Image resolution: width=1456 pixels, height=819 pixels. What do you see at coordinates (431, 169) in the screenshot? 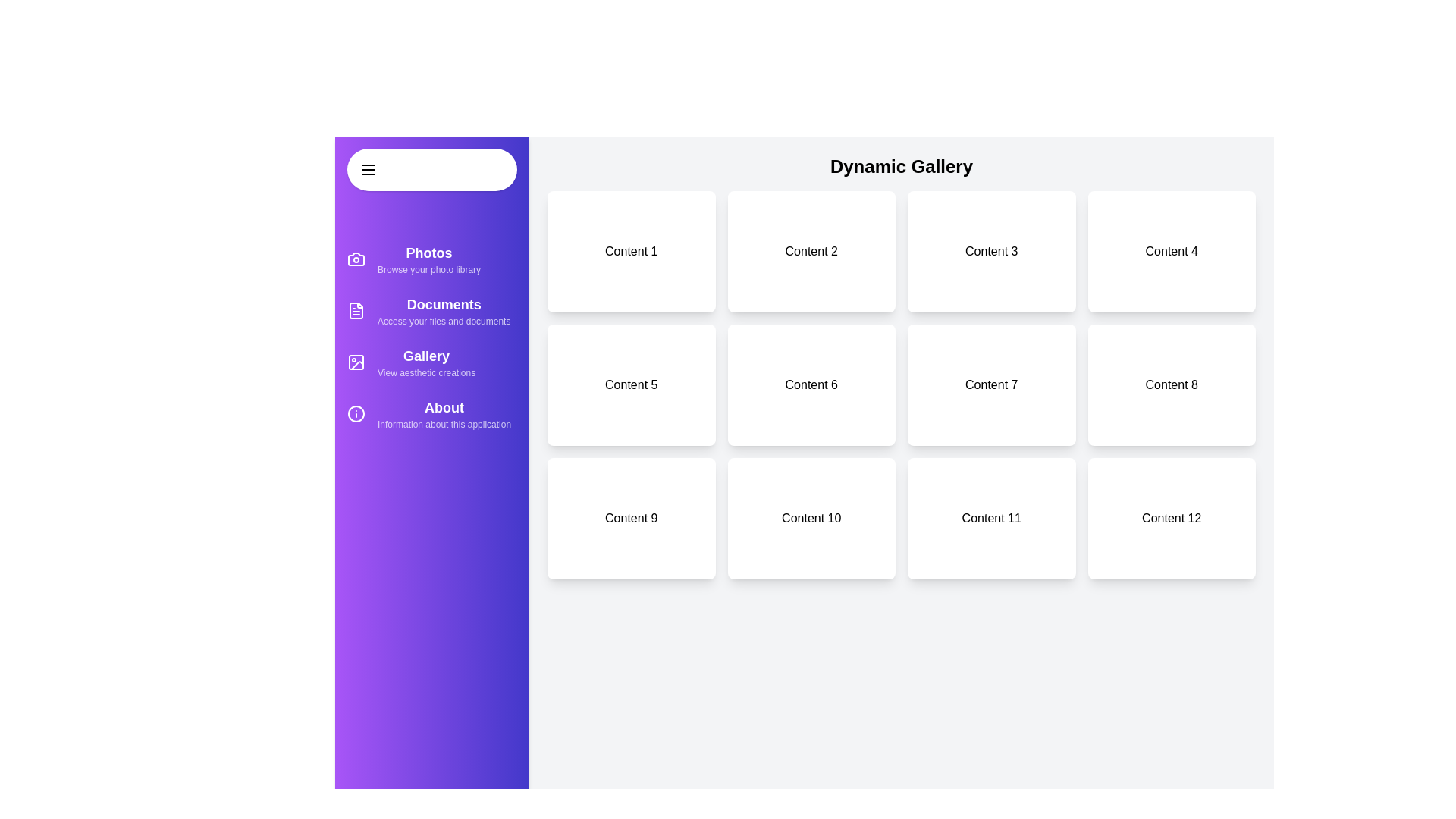
I see `button at the top left corner to toggle the drawer` at bounding box center [431, 169].